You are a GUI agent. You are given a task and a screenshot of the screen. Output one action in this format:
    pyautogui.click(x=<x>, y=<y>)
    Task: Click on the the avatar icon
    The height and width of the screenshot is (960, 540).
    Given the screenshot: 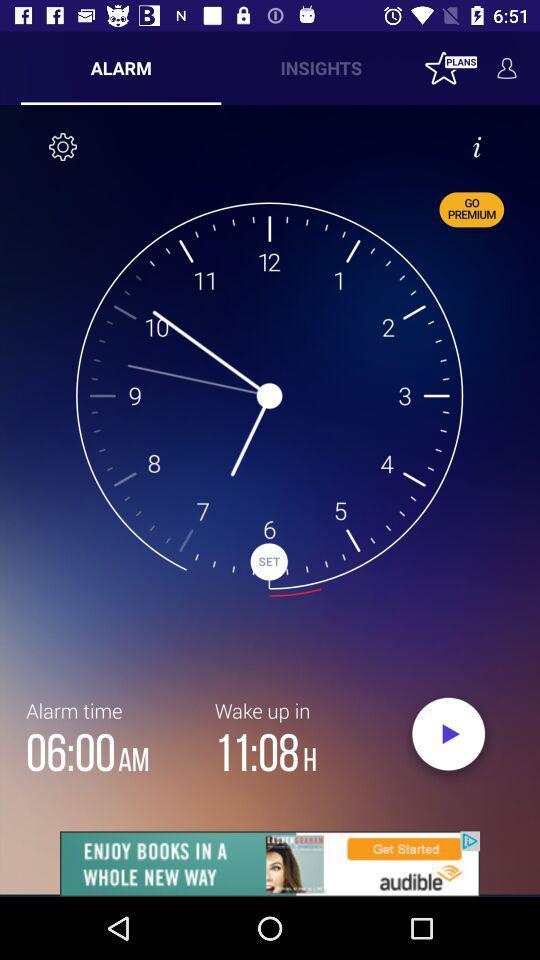 What is the action you would take?
    pyautogui.click(x=507, y=68)
    